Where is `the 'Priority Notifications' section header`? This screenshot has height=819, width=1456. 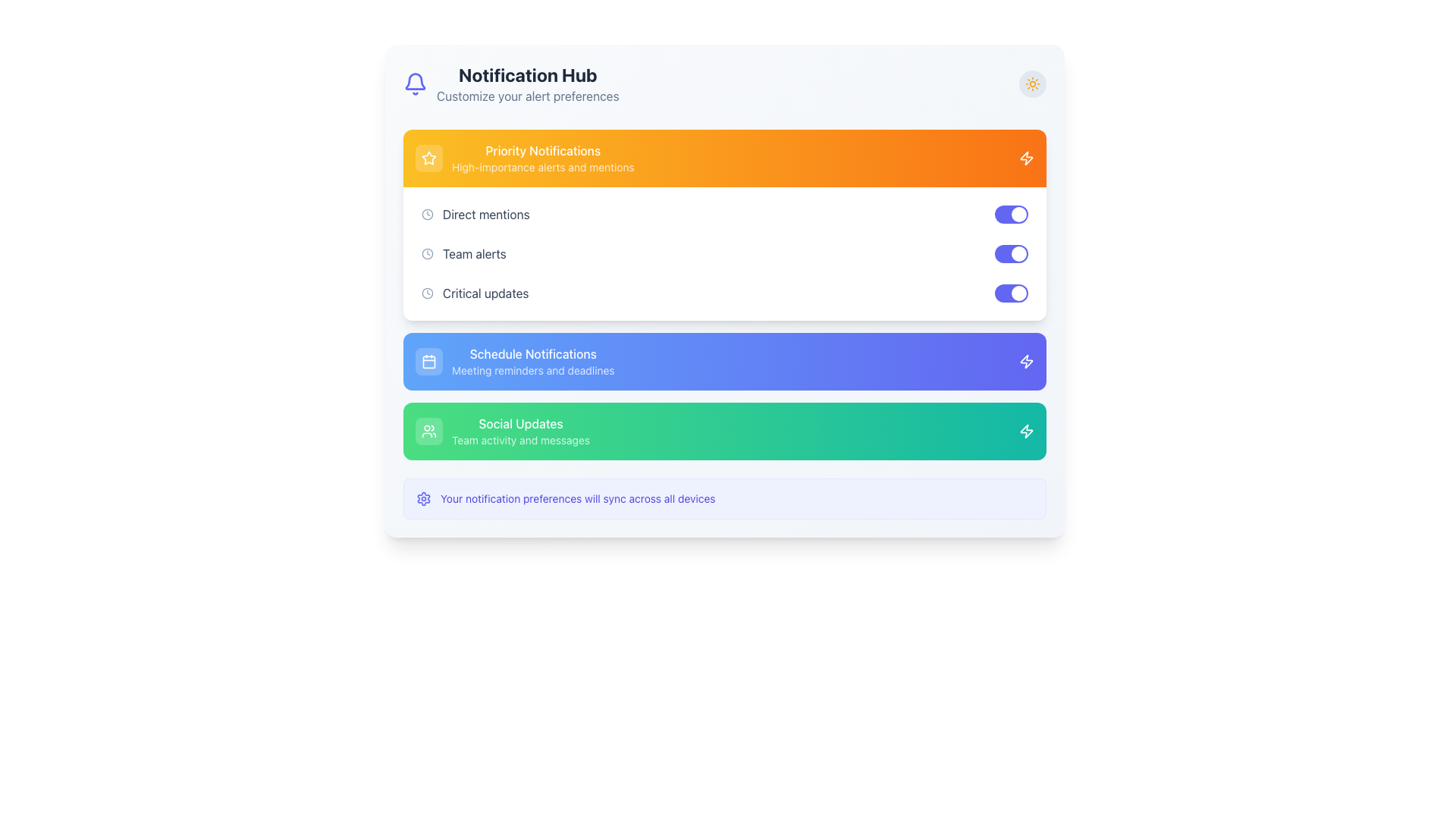 the 'Priority Notifications' section header is located at coordinates (525, 158).